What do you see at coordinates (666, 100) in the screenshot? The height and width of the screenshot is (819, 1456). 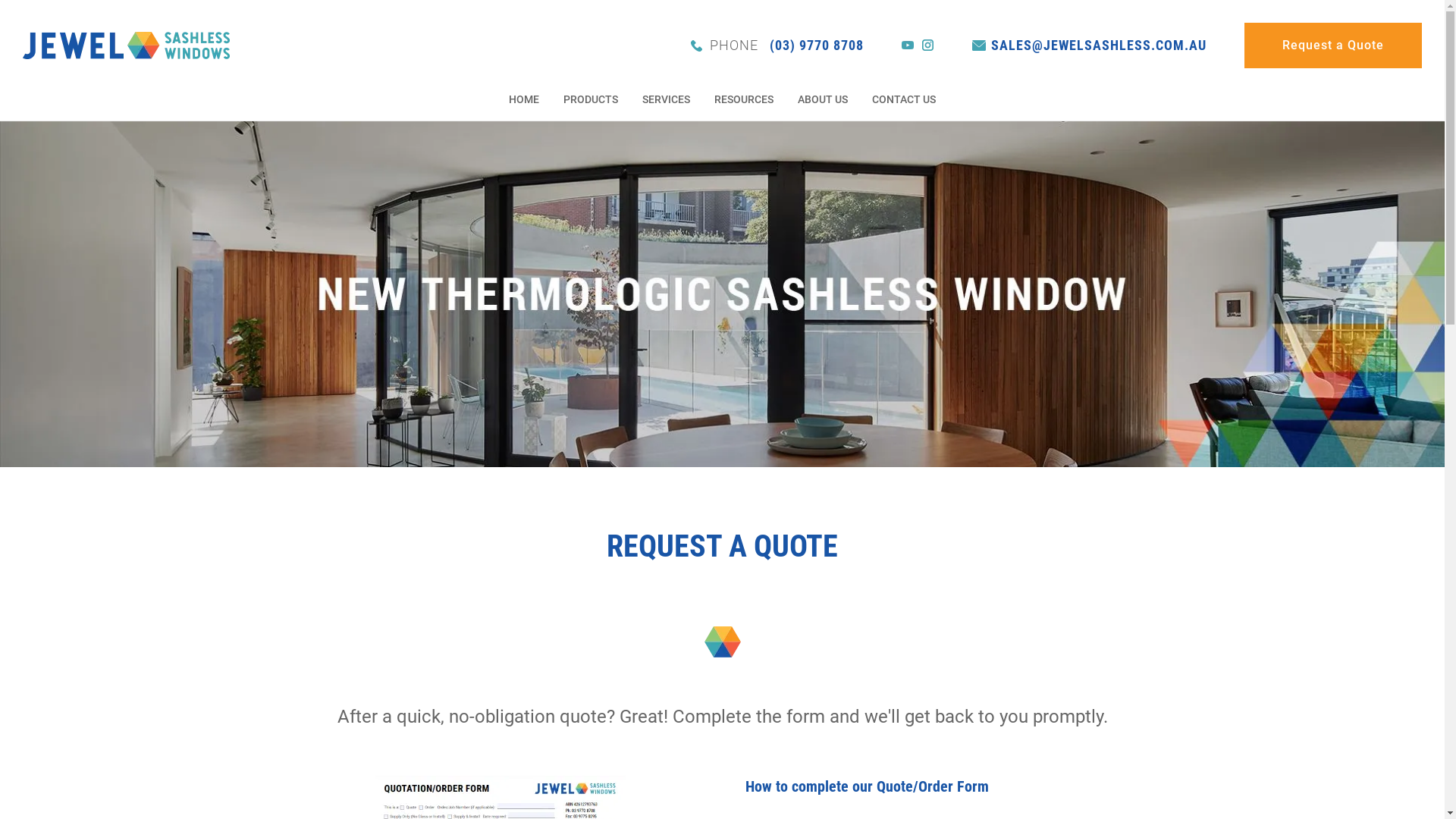 I see `'SERVICES'` at bounding box center [666, 100].